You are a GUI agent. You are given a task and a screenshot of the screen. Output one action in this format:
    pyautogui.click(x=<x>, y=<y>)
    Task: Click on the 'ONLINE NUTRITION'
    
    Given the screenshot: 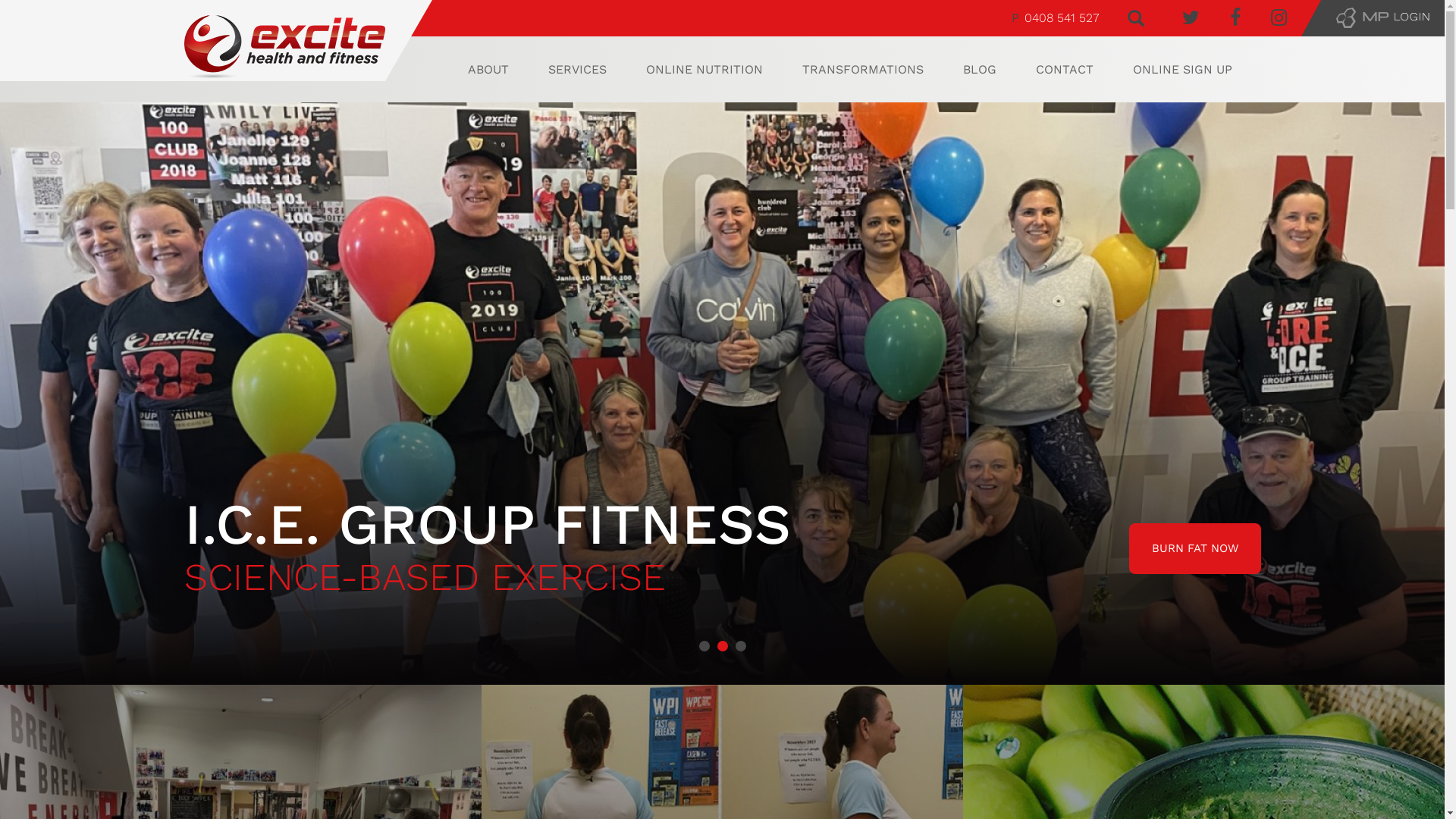 What is the action you would take?
    pyautogui.click(x=704, y=69)
    